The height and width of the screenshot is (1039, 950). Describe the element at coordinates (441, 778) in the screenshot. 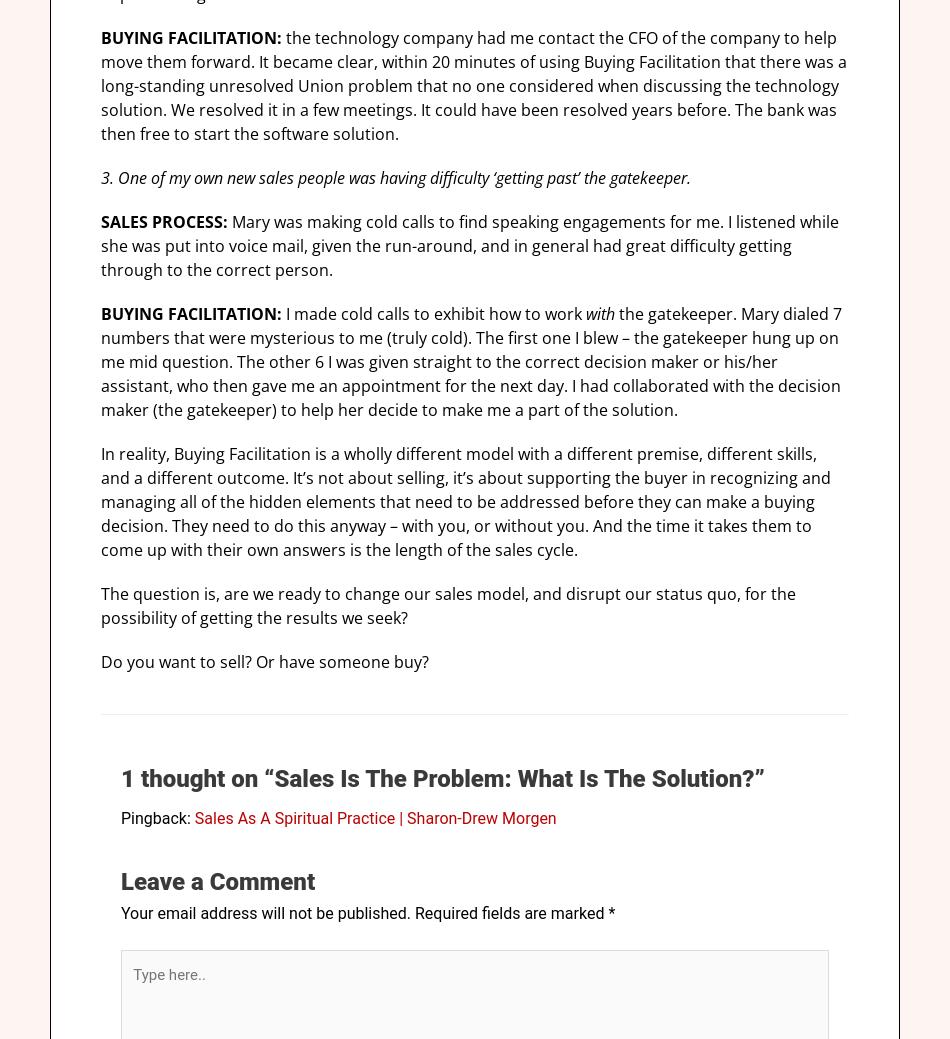

I see `'1 thought on “Sales Is The Problem: What Is The Solution?”'` at that location.